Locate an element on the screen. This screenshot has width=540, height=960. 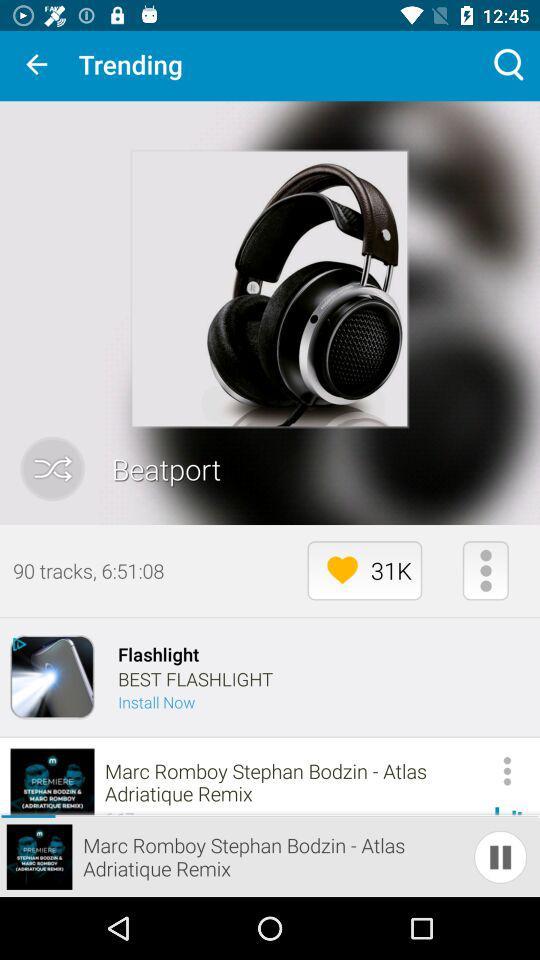
the pause icon is located at coordinates (499, 856).